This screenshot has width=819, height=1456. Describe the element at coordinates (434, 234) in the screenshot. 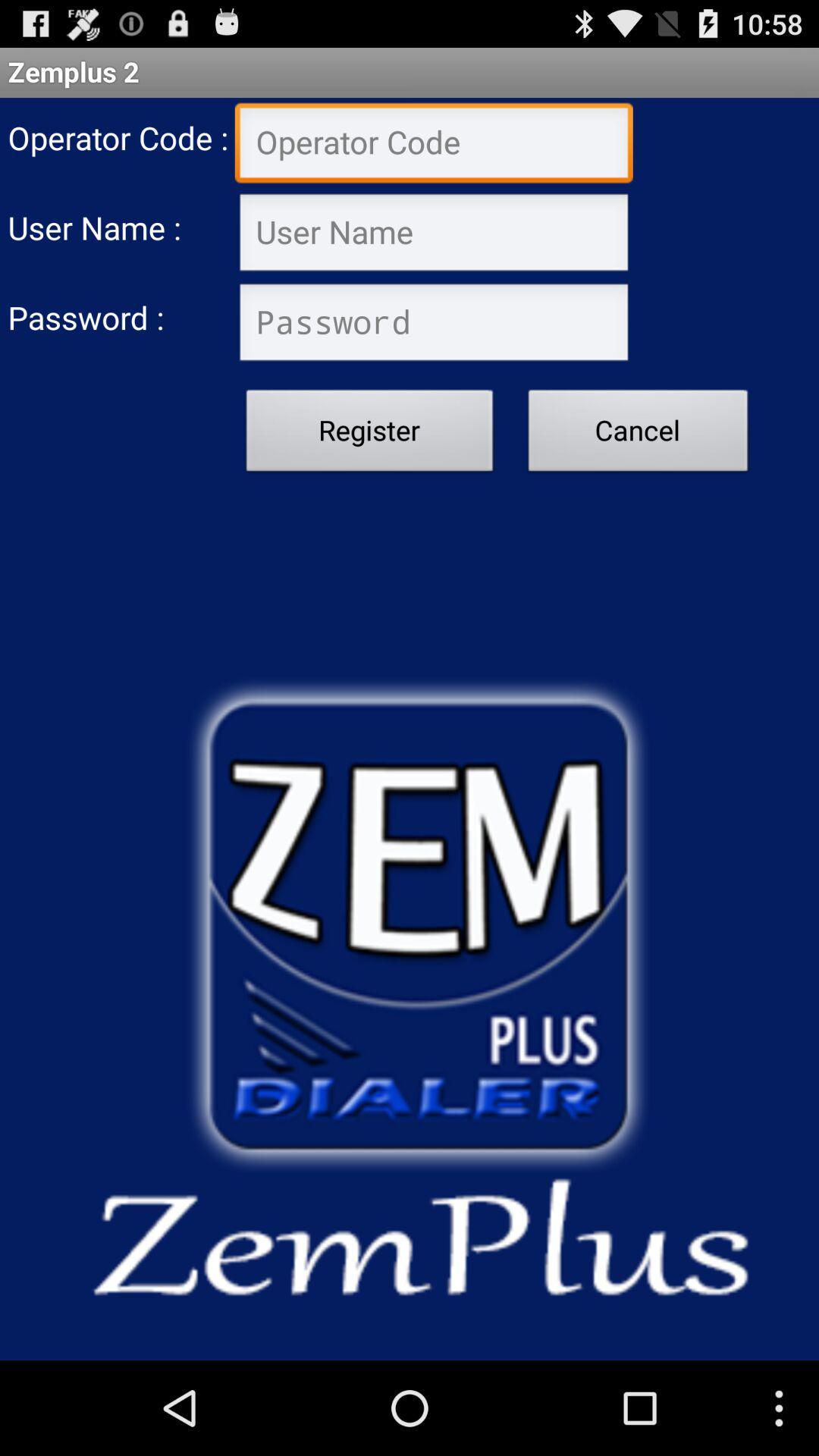

I see `username` at that location.